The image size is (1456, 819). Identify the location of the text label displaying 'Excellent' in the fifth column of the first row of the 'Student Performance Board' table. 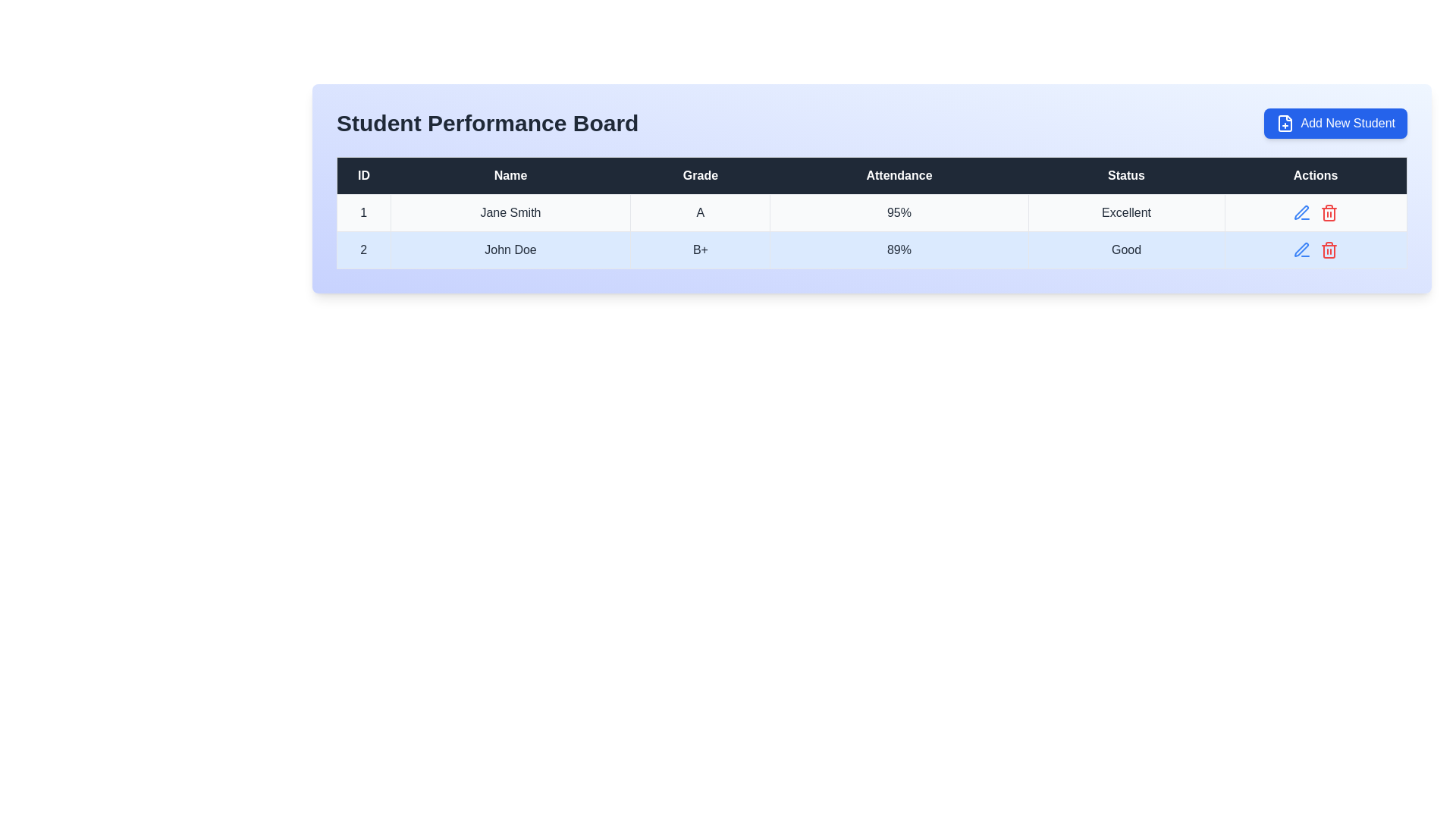
(1126, 213).